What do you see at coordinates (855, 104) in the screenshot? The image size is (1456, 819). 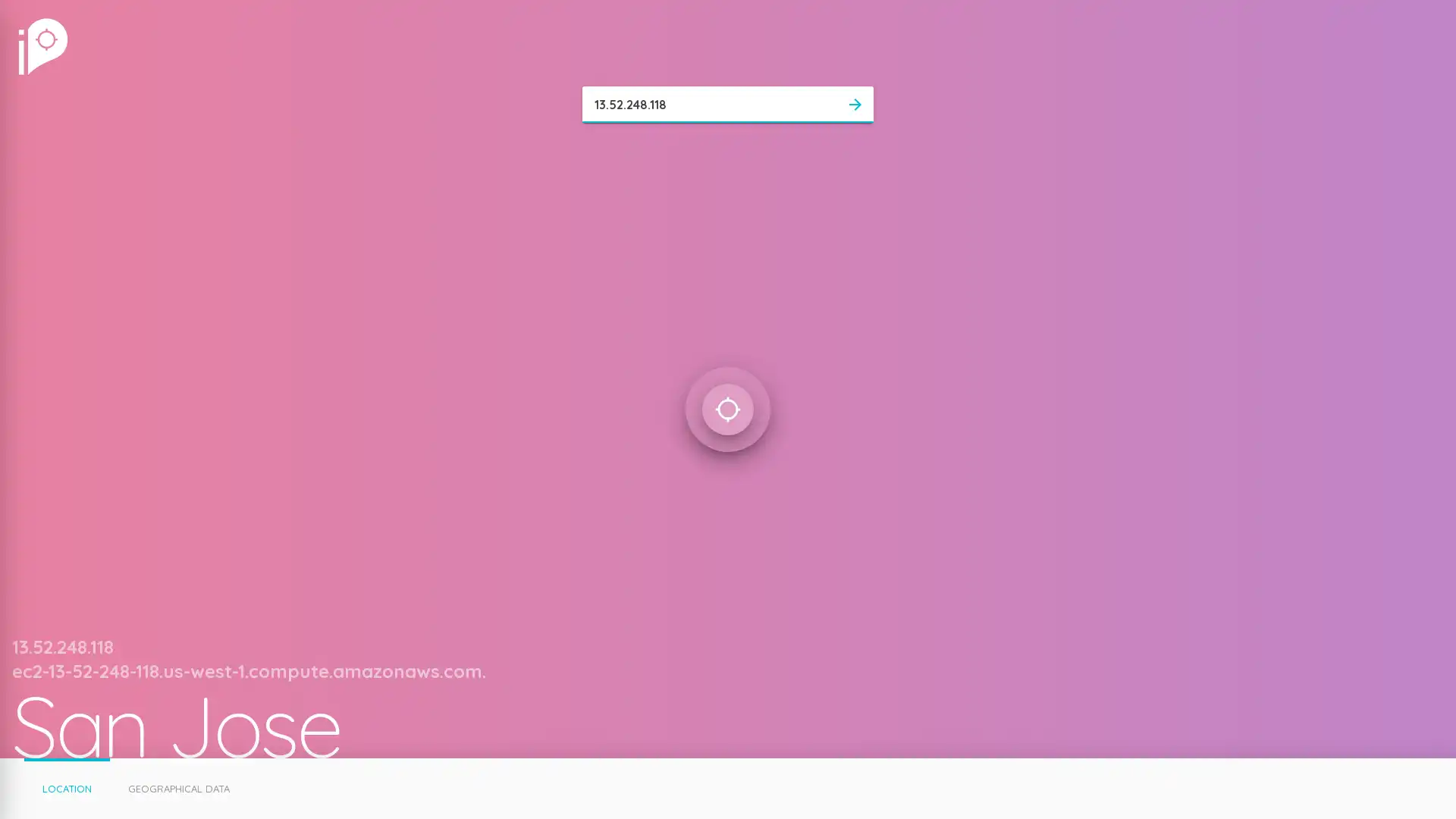 I see `arrow_forward` at bounding box center [855, 104].